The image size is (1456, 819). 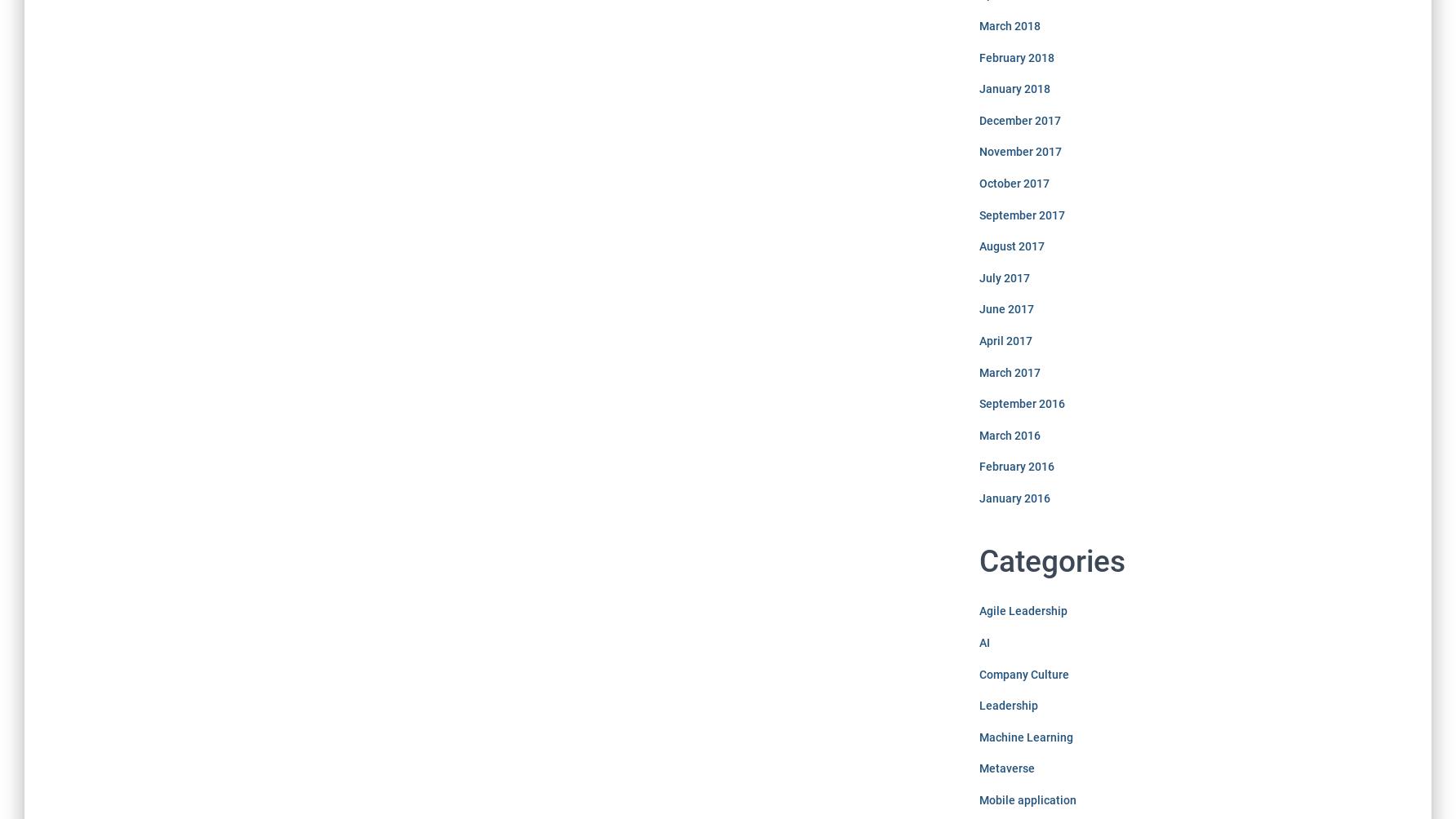 What do you see at coordinates (1024, 735) in the screenshot?
I see `'Machine Learning'` at bounding box center [1024, 735].